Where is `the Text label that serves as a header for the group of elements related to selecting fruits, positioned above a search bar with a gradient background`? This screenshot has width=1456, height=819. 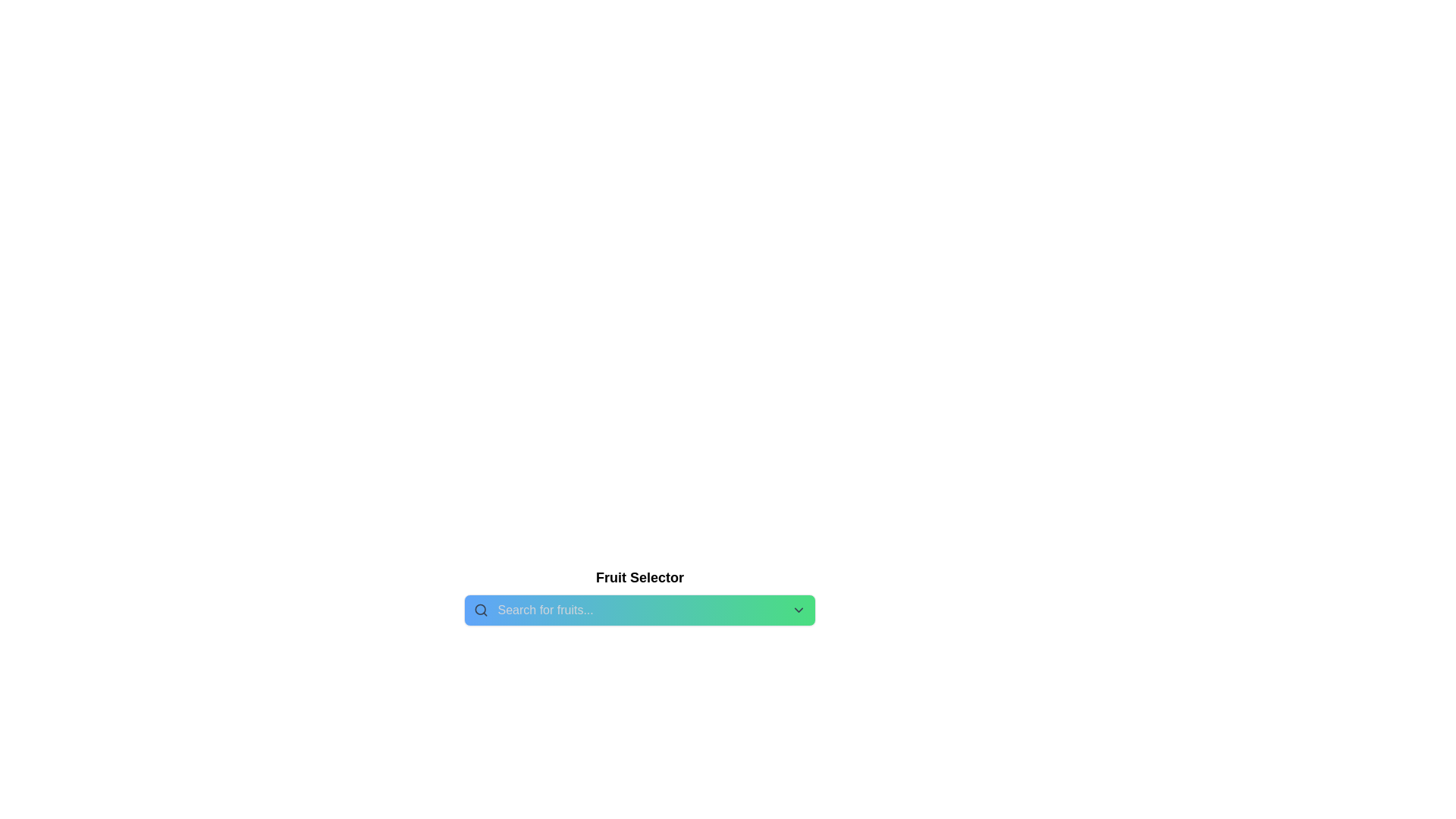
the Text label that serves as a header for the group of elements related to selecting fruits, positioned above a search bar with a gradient background is located at coordinates (640, 578).